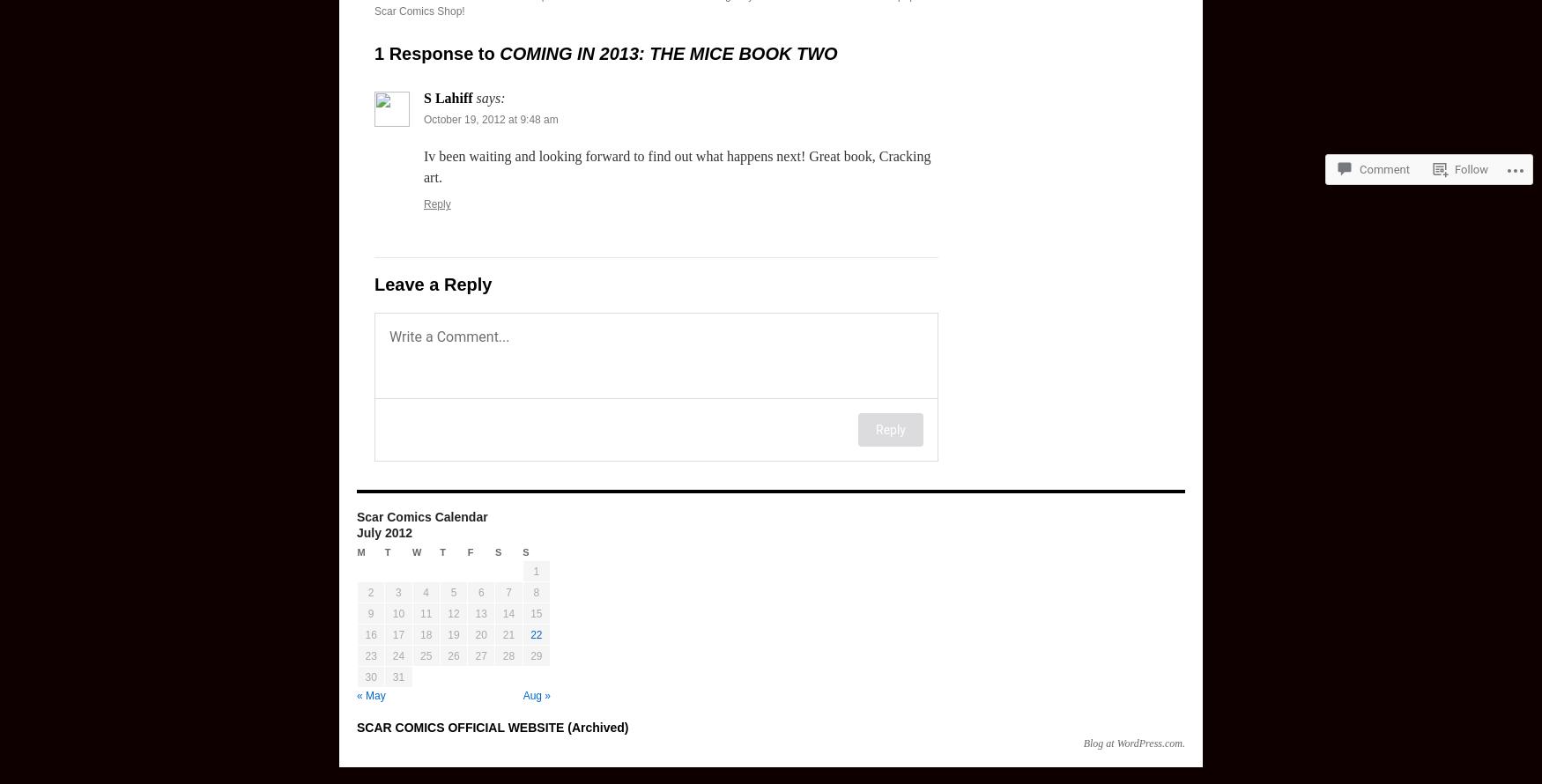 The height and width of the screenshot is (784, 1542). What do you see at coordinates (490, 118) in the screenshot?
I see `'October 19, 2012 at 9:48 am'` at bounding box center [490, 118].